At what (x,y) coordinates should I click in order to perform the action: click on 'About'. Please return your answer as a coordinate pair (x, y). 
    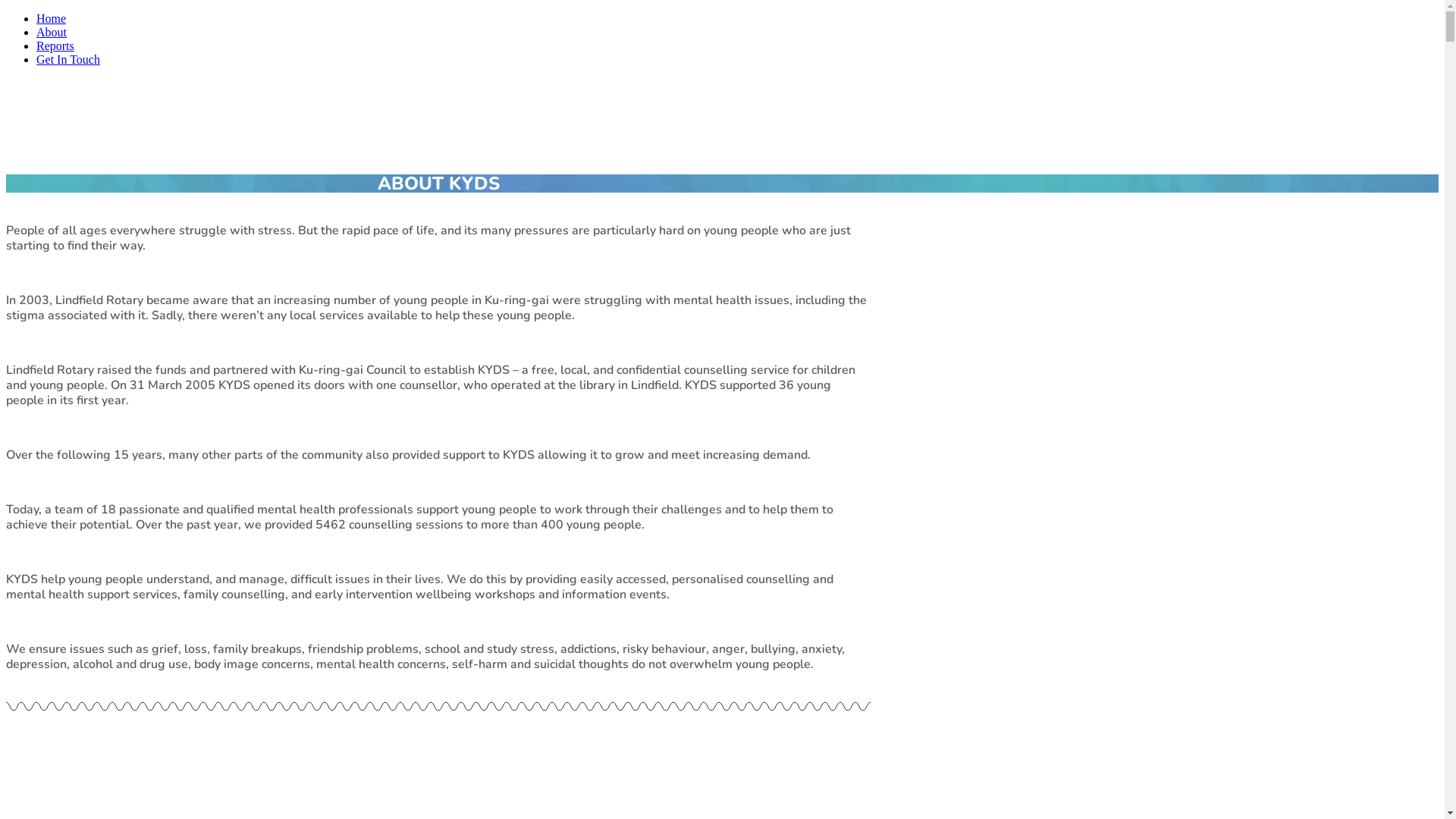
    Looking at the image, I should click on (51, 32).